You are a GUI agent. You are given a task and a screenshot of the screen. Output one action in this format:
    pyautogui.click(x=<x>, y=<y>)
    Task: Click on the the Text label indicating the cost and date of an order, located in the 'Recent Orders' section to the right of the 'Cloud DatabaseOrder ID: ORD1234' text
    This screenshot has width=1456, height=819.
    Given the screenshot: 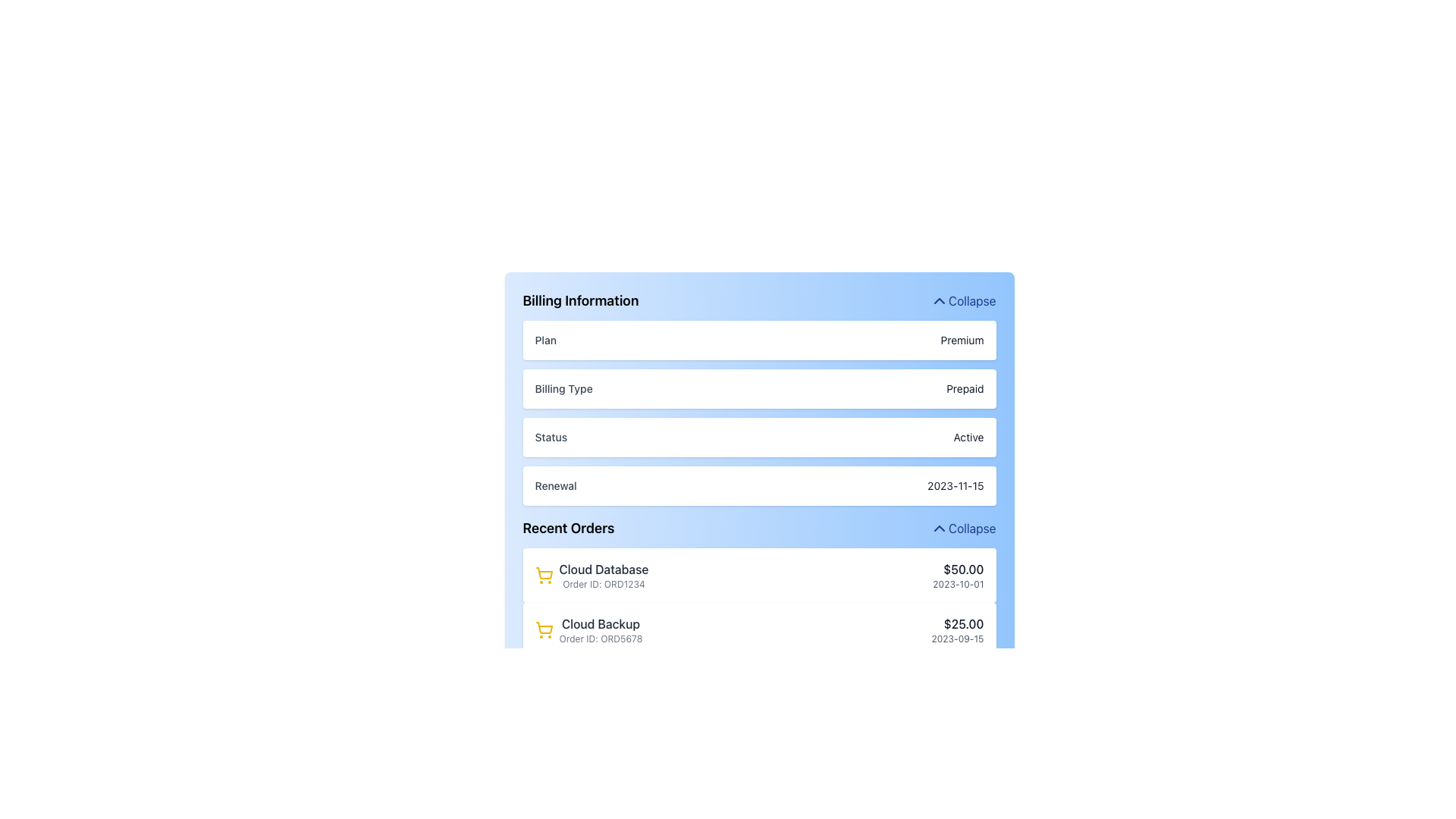 What is the action you would take?
    pyautogui.click(x=957, y=576)
    